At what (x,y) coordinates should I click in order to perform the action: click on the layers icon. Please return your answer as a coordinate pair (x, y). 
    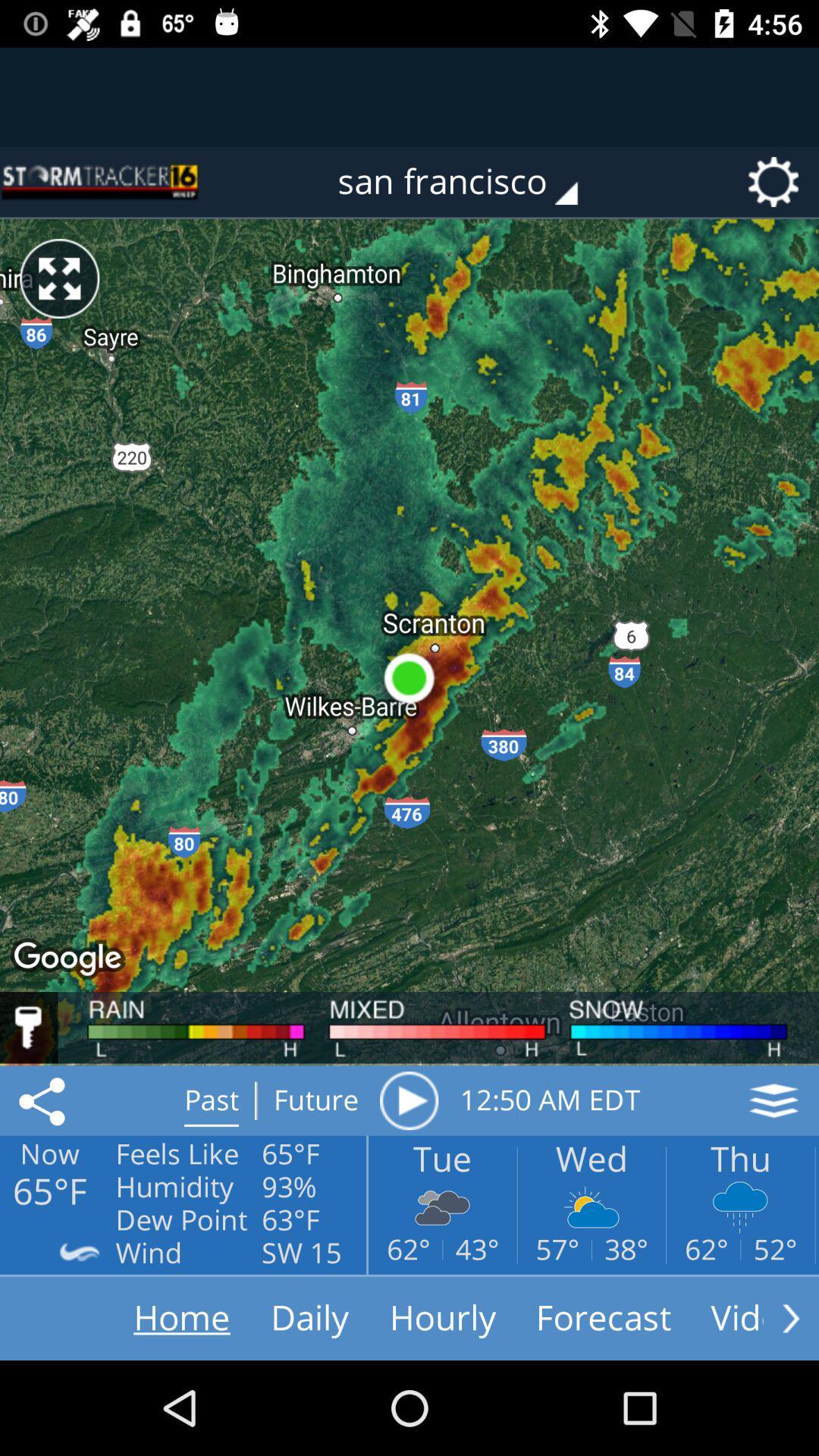
    Looking at the image, I should click on (773, 1100).